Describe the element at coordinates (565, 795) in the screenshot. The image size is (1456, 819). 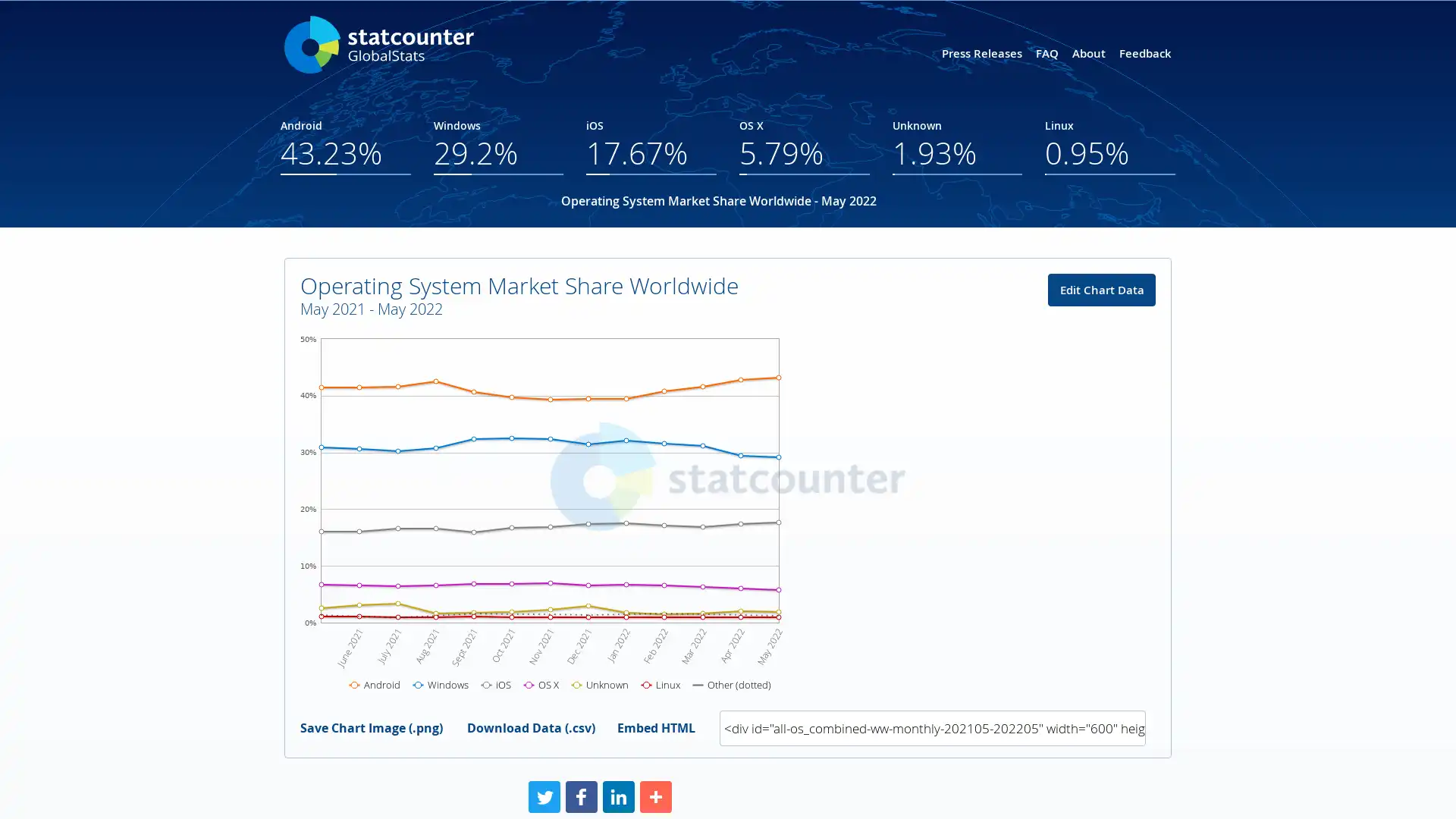
I see `Share to Twitter Twitter` at that location.